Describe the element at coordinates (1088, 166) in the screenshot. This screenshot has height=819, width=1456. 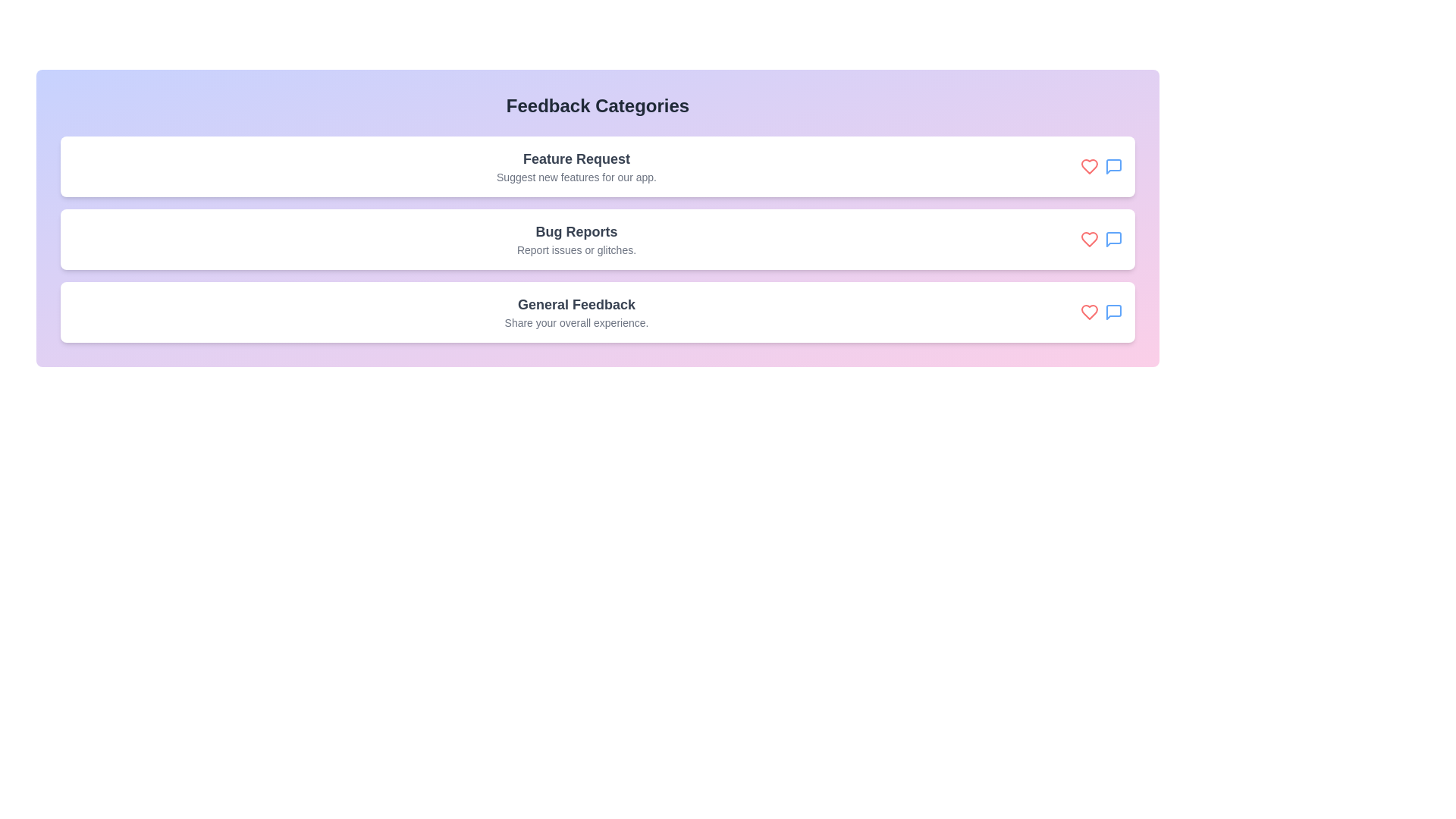
I see `the heart icon in the Feature Request feedback item` at that location.